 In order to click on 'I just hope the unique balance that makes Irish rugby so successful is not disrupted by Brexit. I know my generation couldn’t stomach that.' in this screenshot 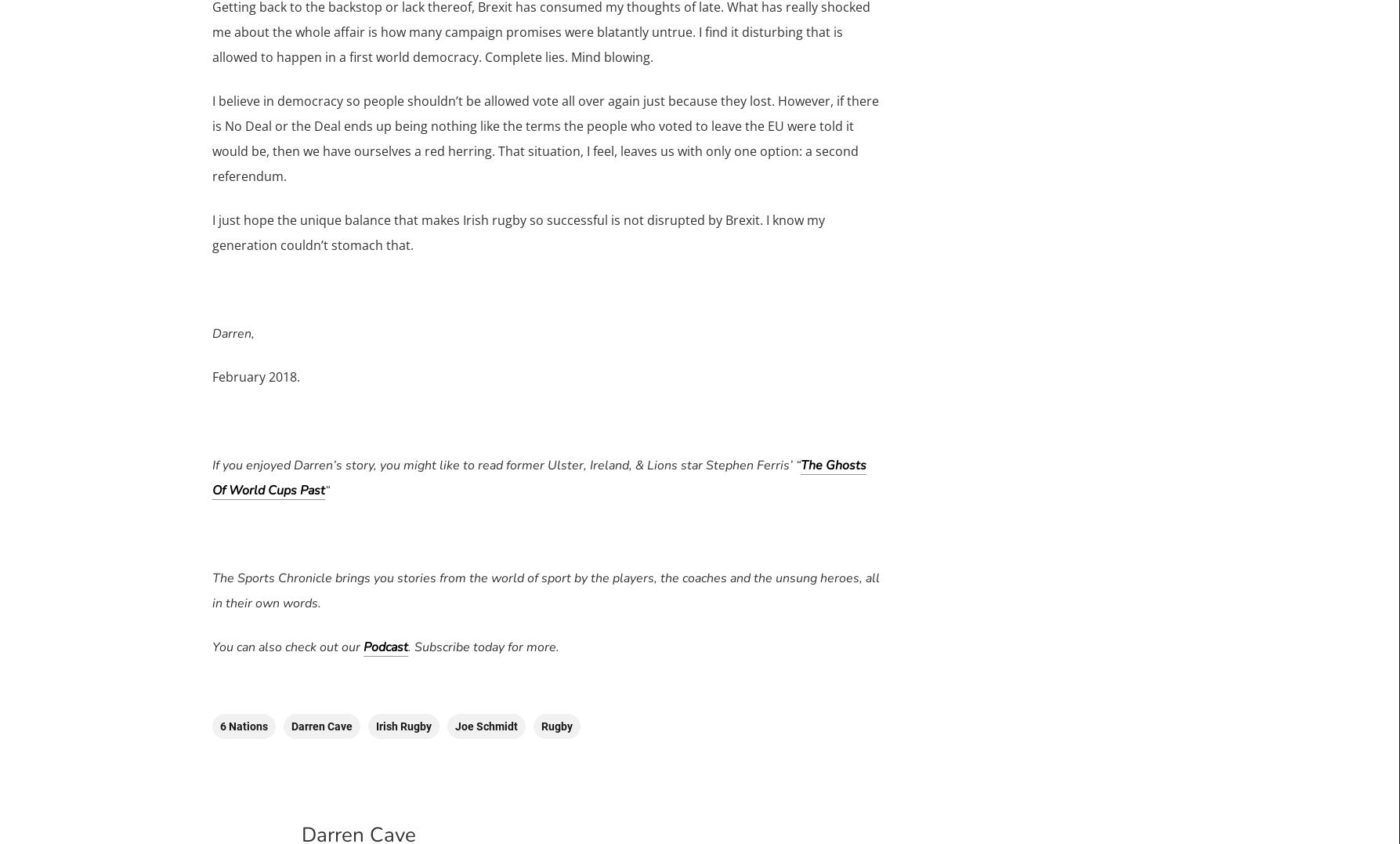, I will do `click(211, 231)`.